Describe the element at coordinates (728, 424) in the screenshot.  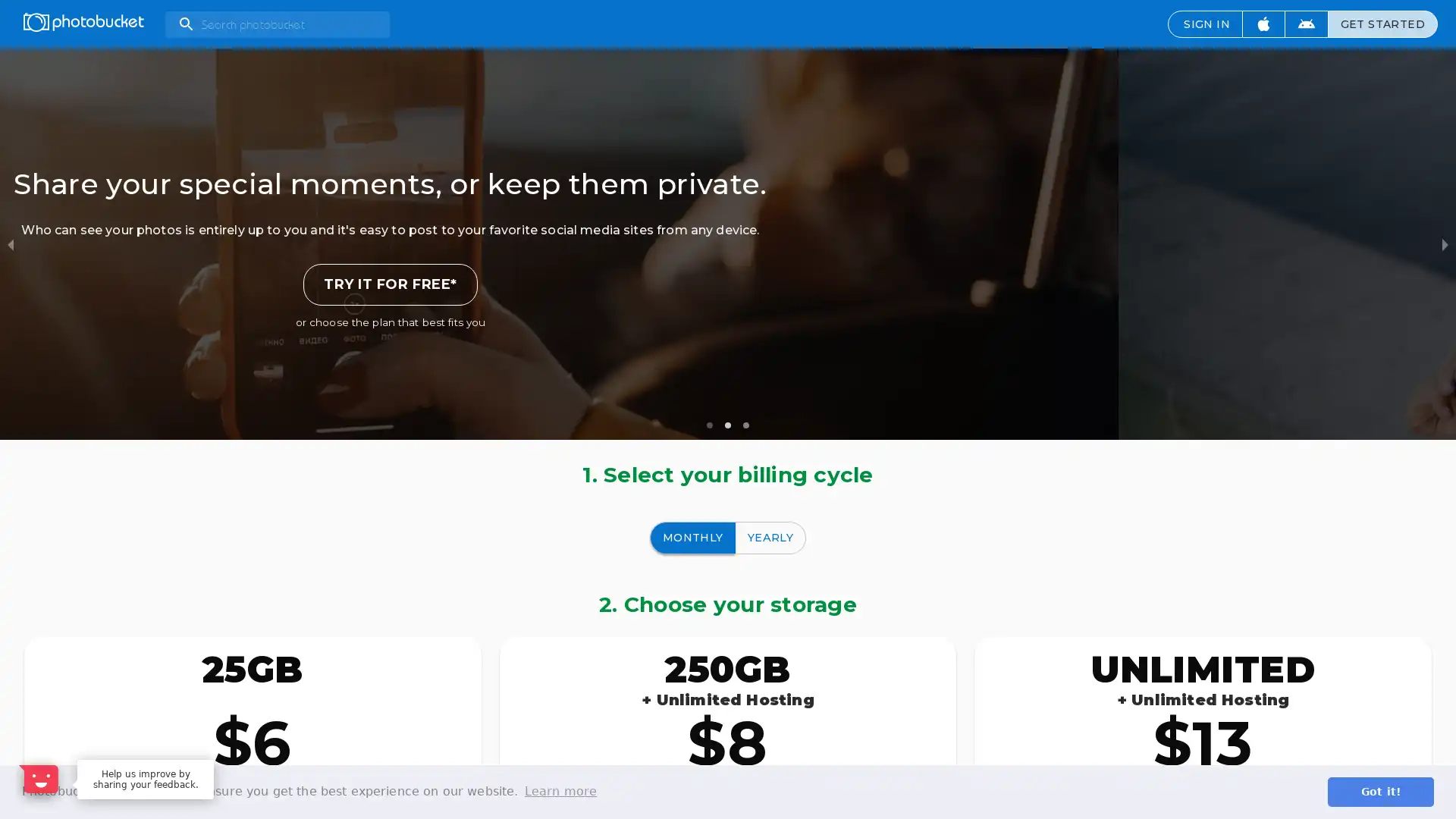
I see `slide item 2` at that location.